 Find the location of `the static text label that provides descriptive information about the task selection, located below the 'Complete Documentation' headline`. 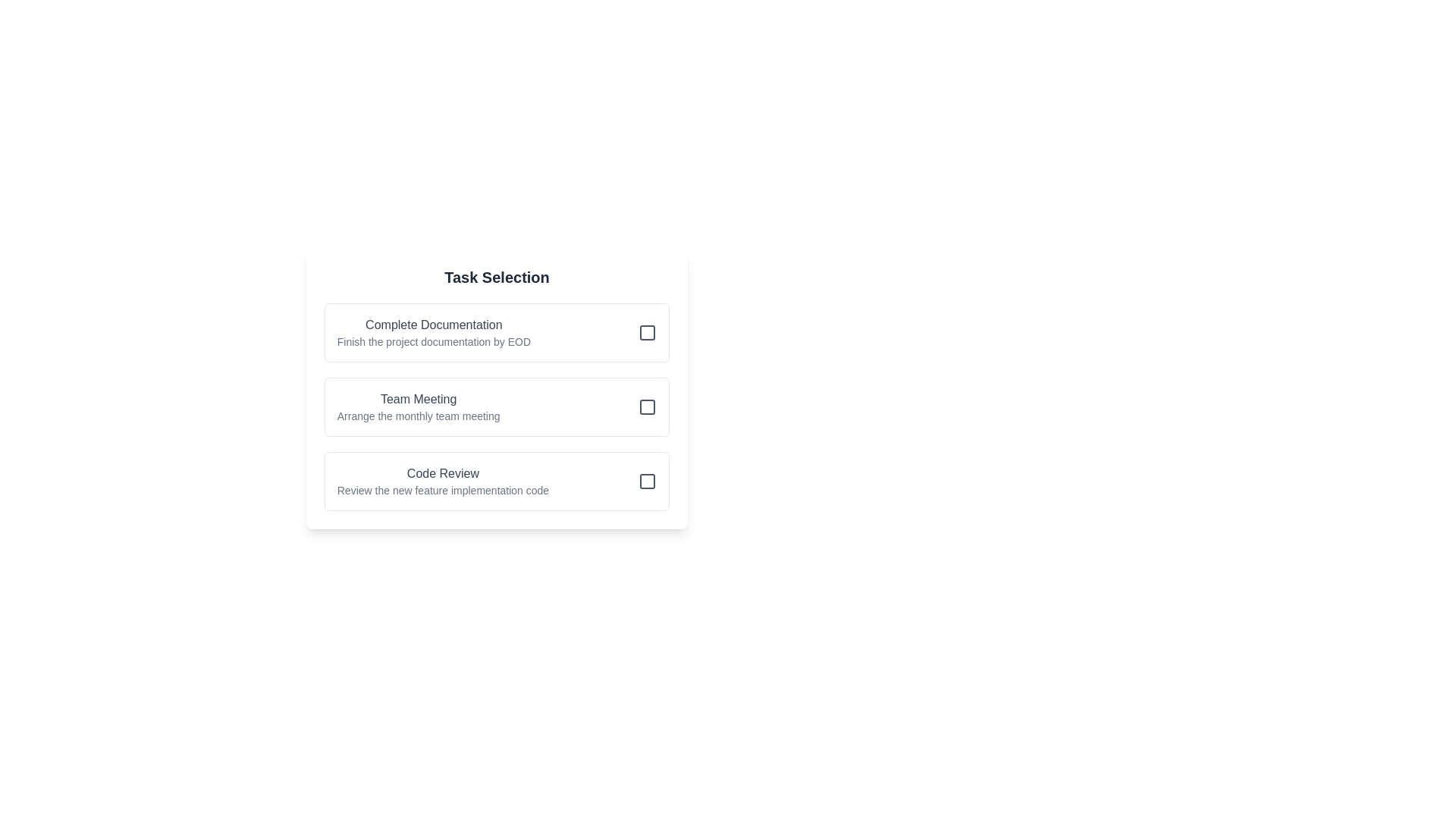

the static text label that provides descriptive information about the task selection, located below the 'Complete Documentation' headline is located at coordinates (433, 342).